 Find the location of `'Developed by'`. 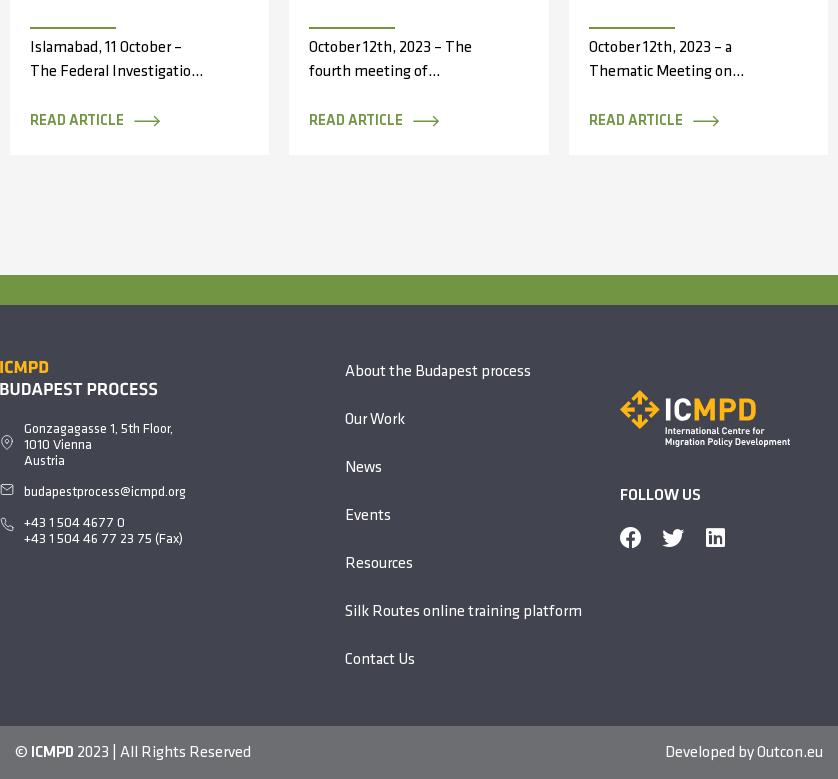

'Developed by' is located at coordinates (664, 750).